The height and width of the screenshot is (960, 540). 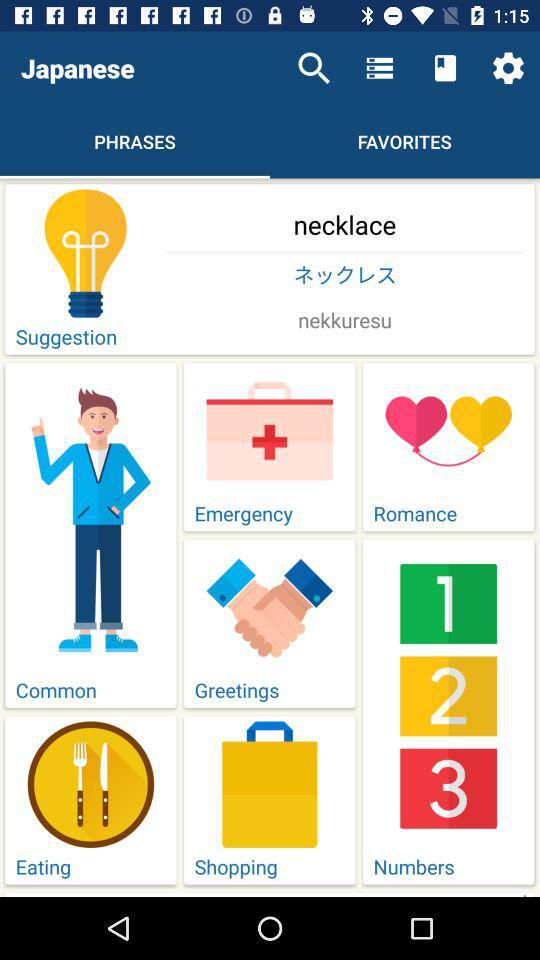 What do you see at coordinates (508, 68) in the screenshot?
I see `icon above the necklace item` at bounding box center [508, 68].